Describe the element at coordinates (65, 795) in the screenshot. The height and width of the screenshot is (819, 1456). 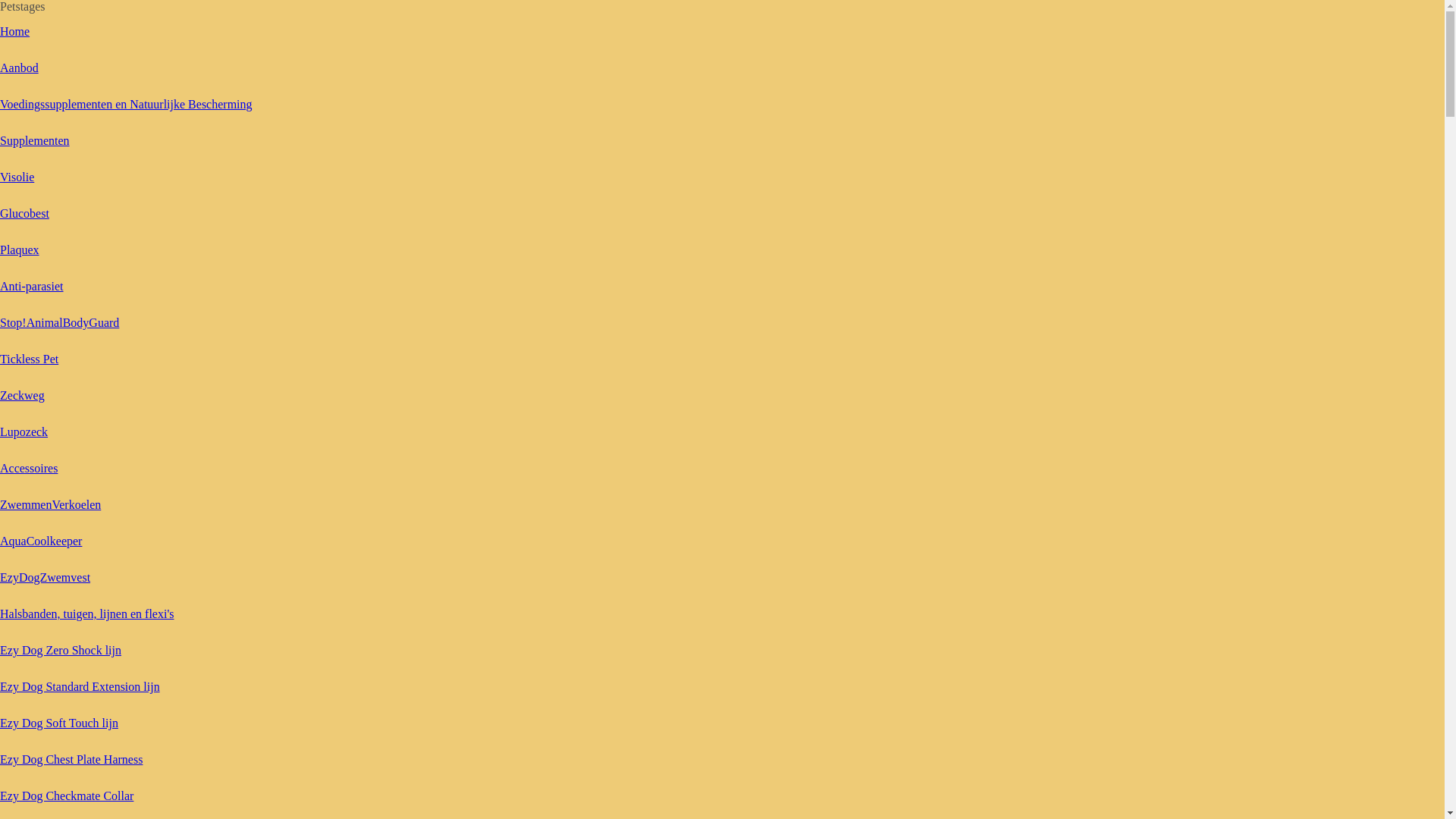
I see `'Ezy Dog Checkmate Collar'` at that location.